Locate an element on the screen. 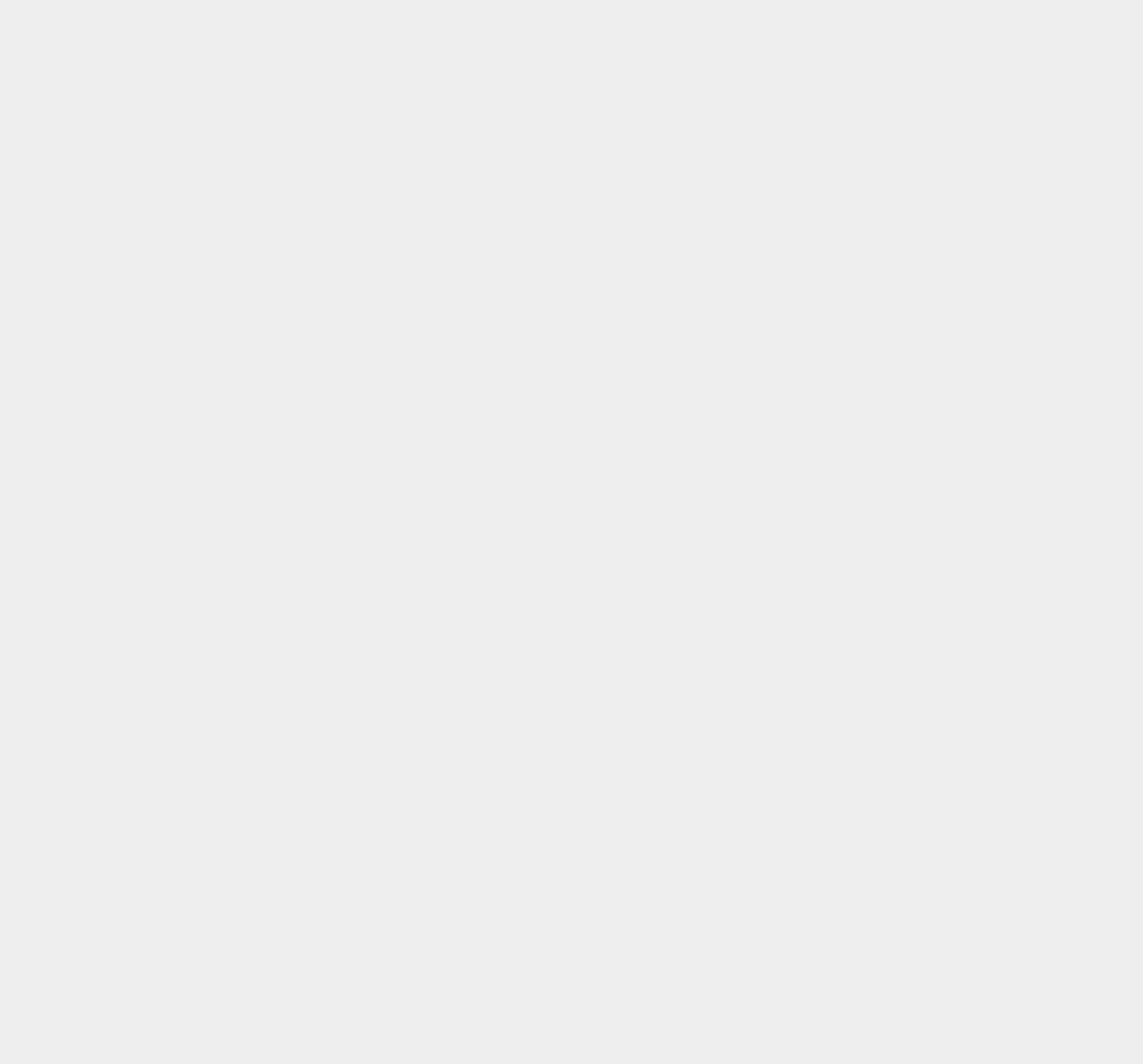 Image resolution: width=1143 pixels, height=1064 pixels. 'Apple TV' is located at coordinates (834, 714).